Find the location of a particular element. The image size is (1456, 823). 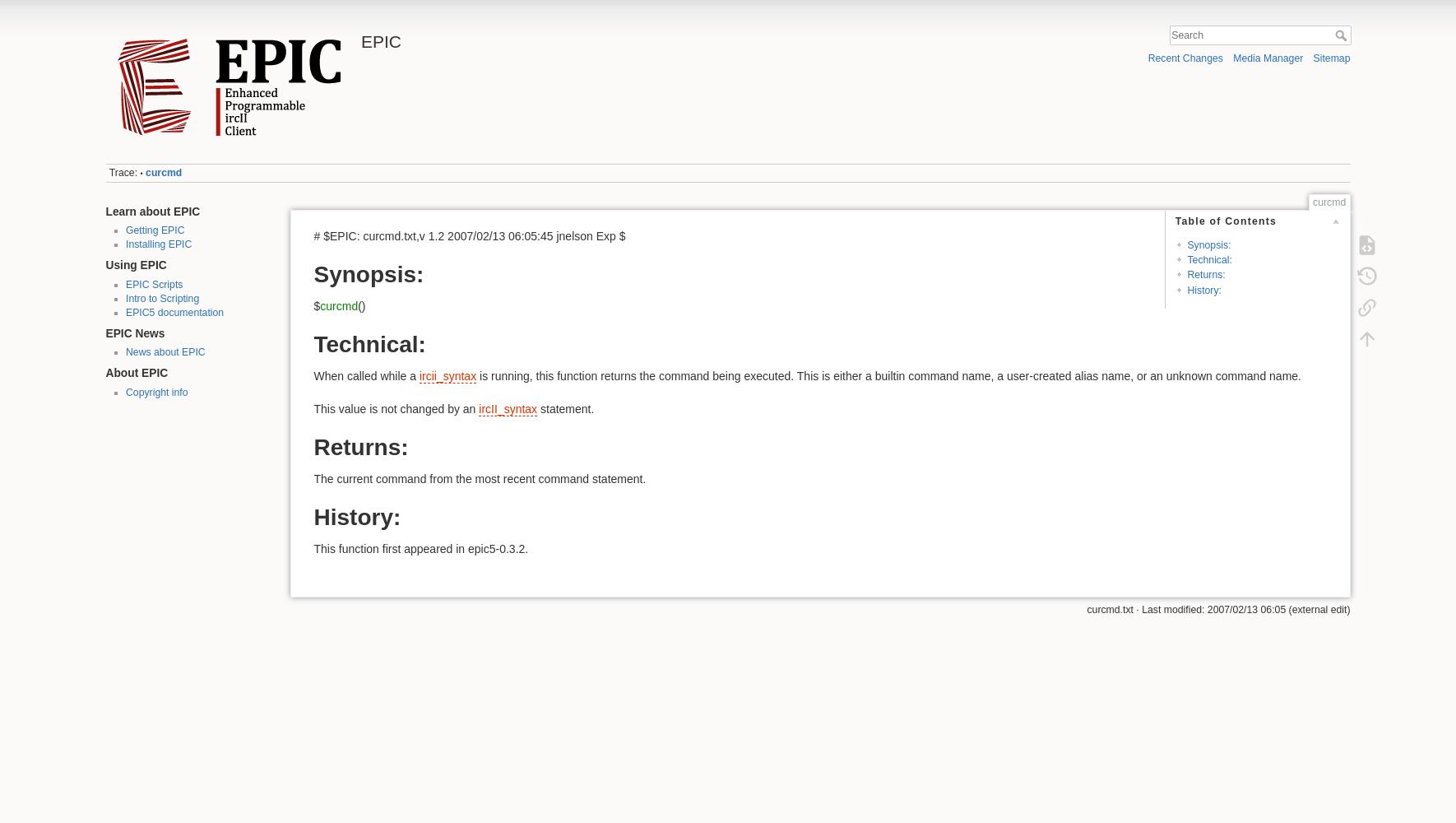

'· Last modified: 2007/02/13 06:05 (external edit)' is located at coordinates (1240, 609).